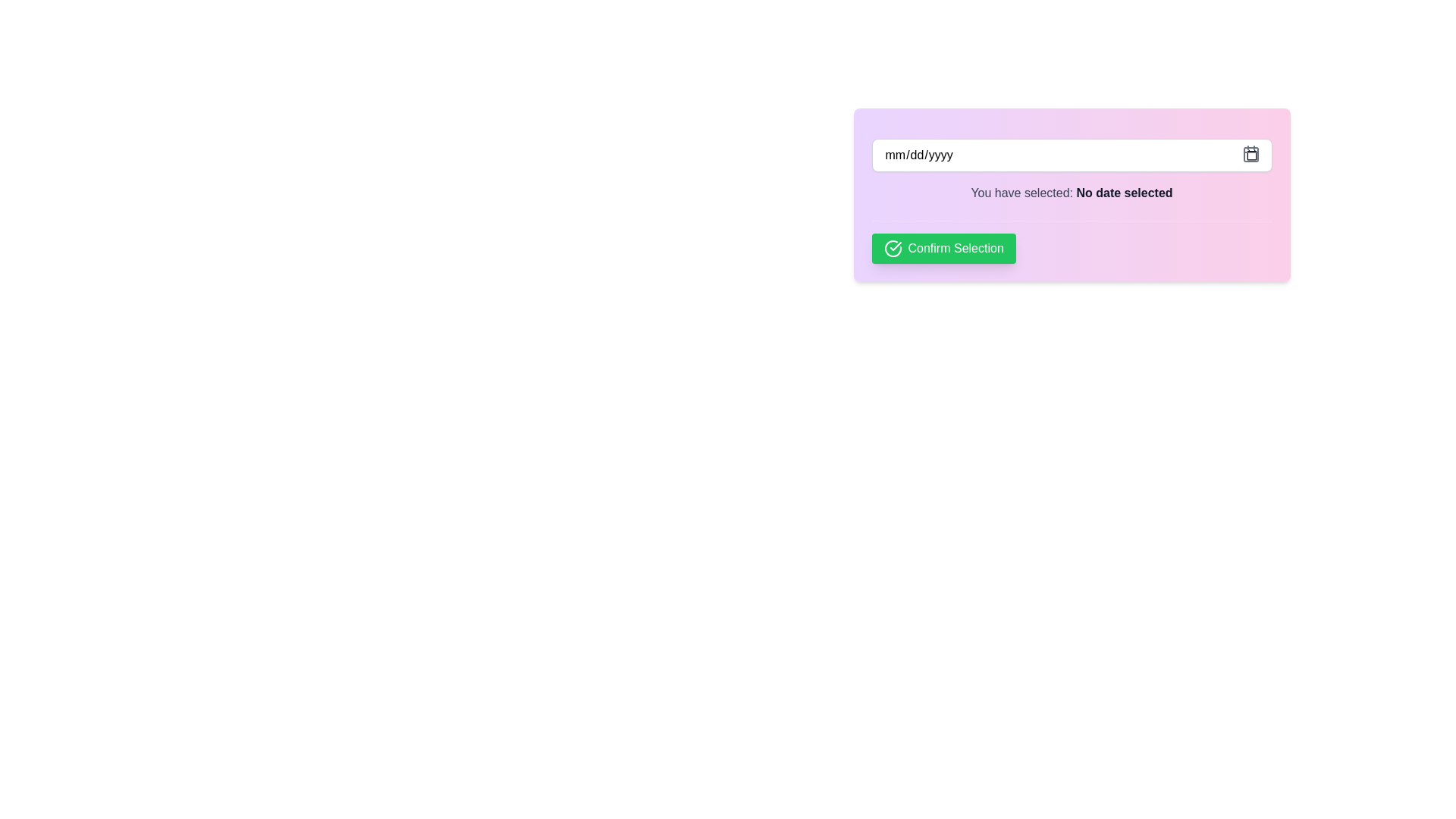  I want to click on the confirmation button located at the bottom-left corner of the purple rectangular area to confirm the user's selection, so click(943, 247).